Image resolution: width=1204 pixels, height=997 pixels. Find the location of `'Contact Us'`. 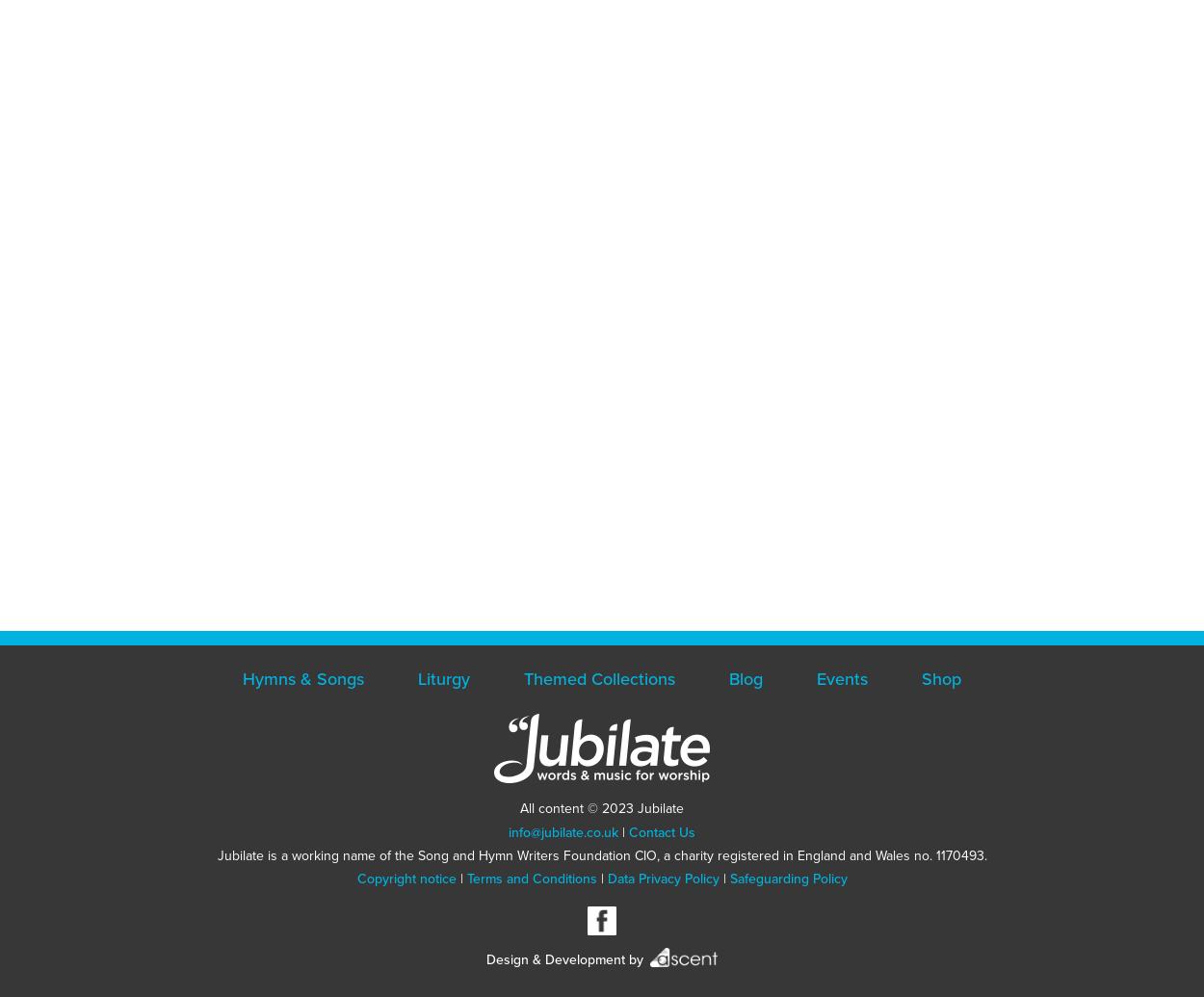

'Contact Us' is located at coordinates (662, 830).